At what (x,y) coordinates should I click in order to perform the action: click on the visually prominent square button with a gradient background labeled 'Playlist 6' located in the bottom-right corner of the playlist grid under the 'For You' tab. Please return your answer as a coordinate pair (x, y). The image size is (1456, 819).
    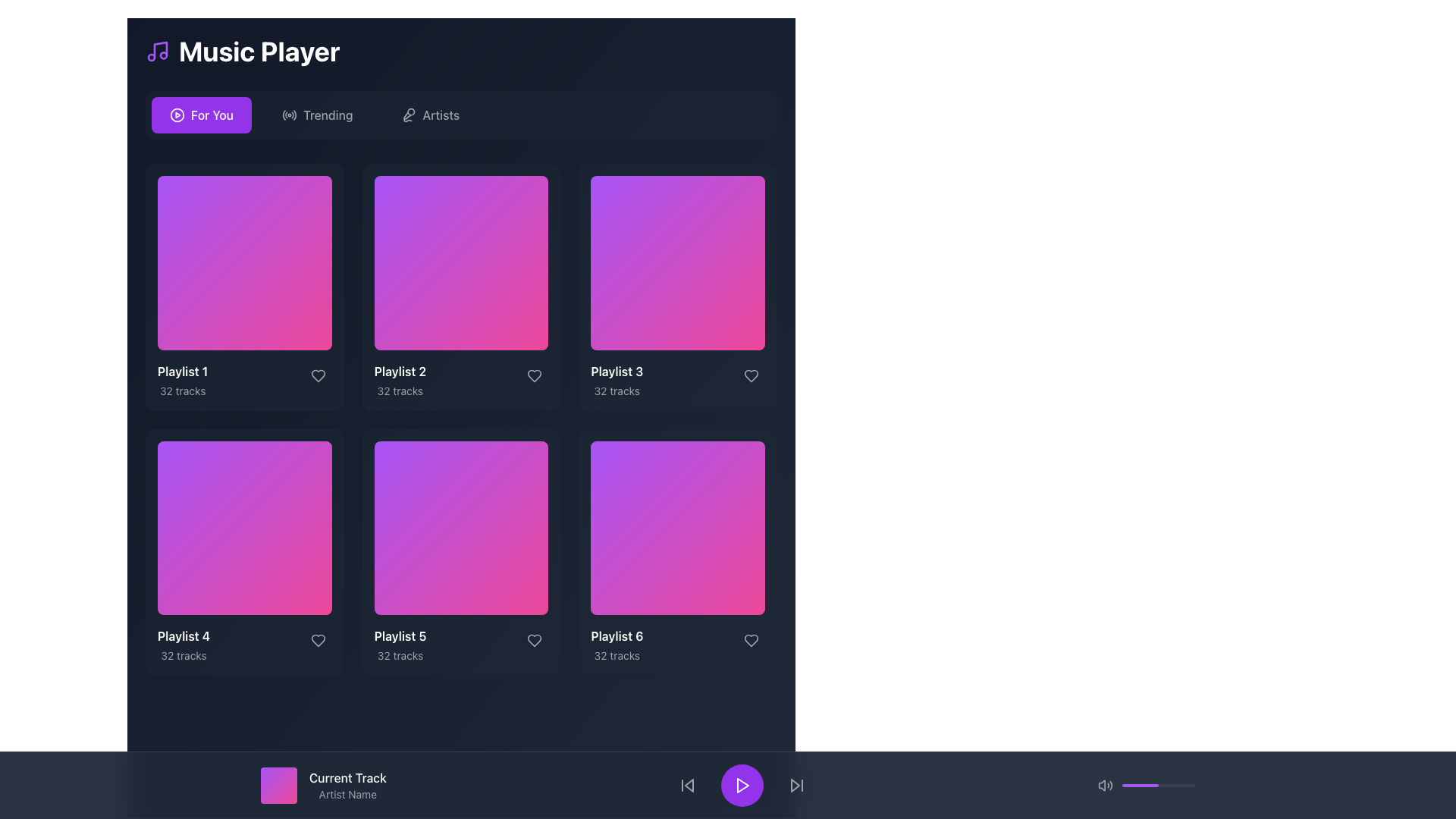
    Looking at the image, I should click on (677, 527).